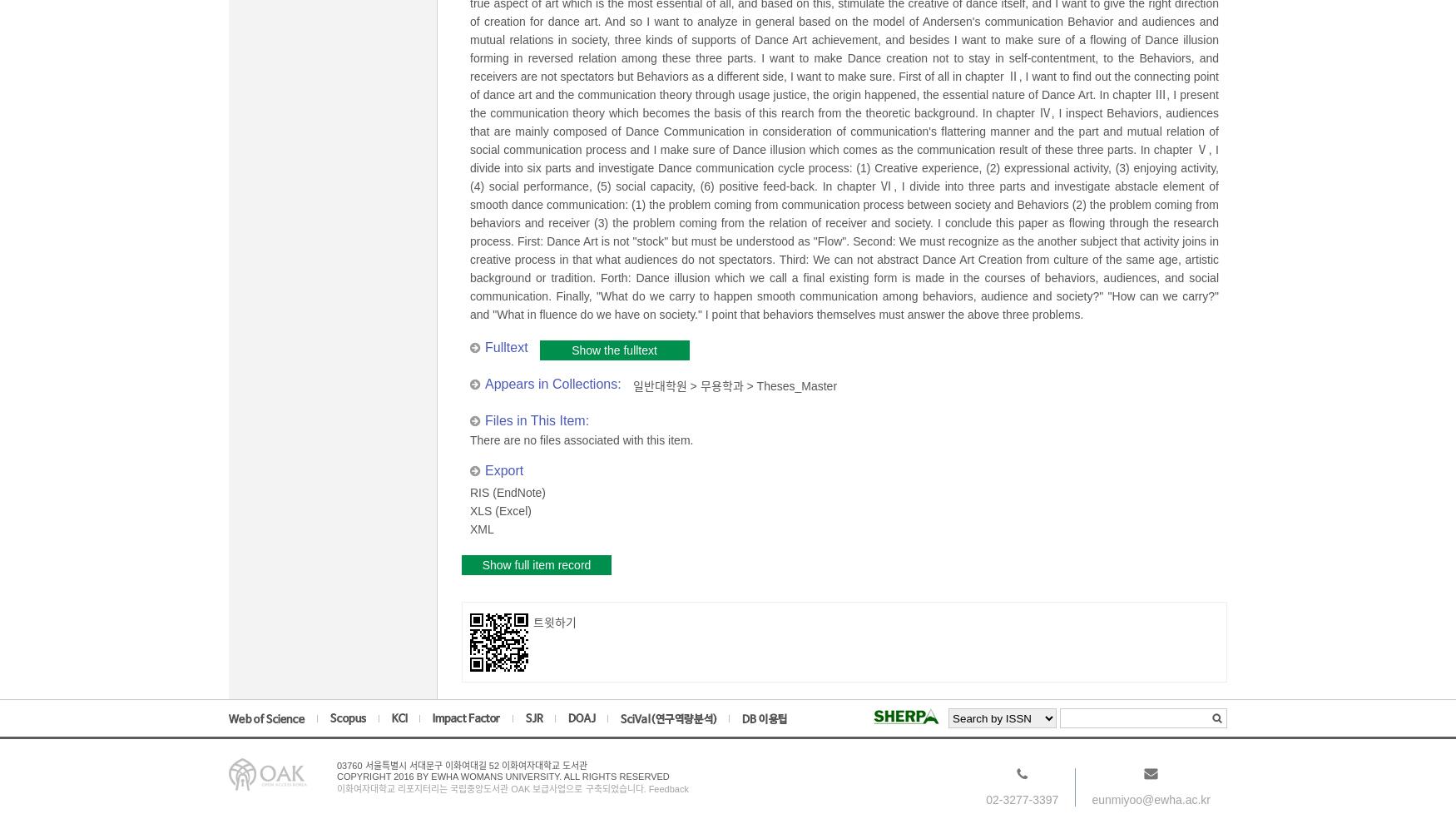 Image resolution: width=1456 pixels, height=834 pixels. I want to click on '03760 서울특별시 서대문구 이화여대길 52 이화여자대학교 도서관', so click(461, 765).